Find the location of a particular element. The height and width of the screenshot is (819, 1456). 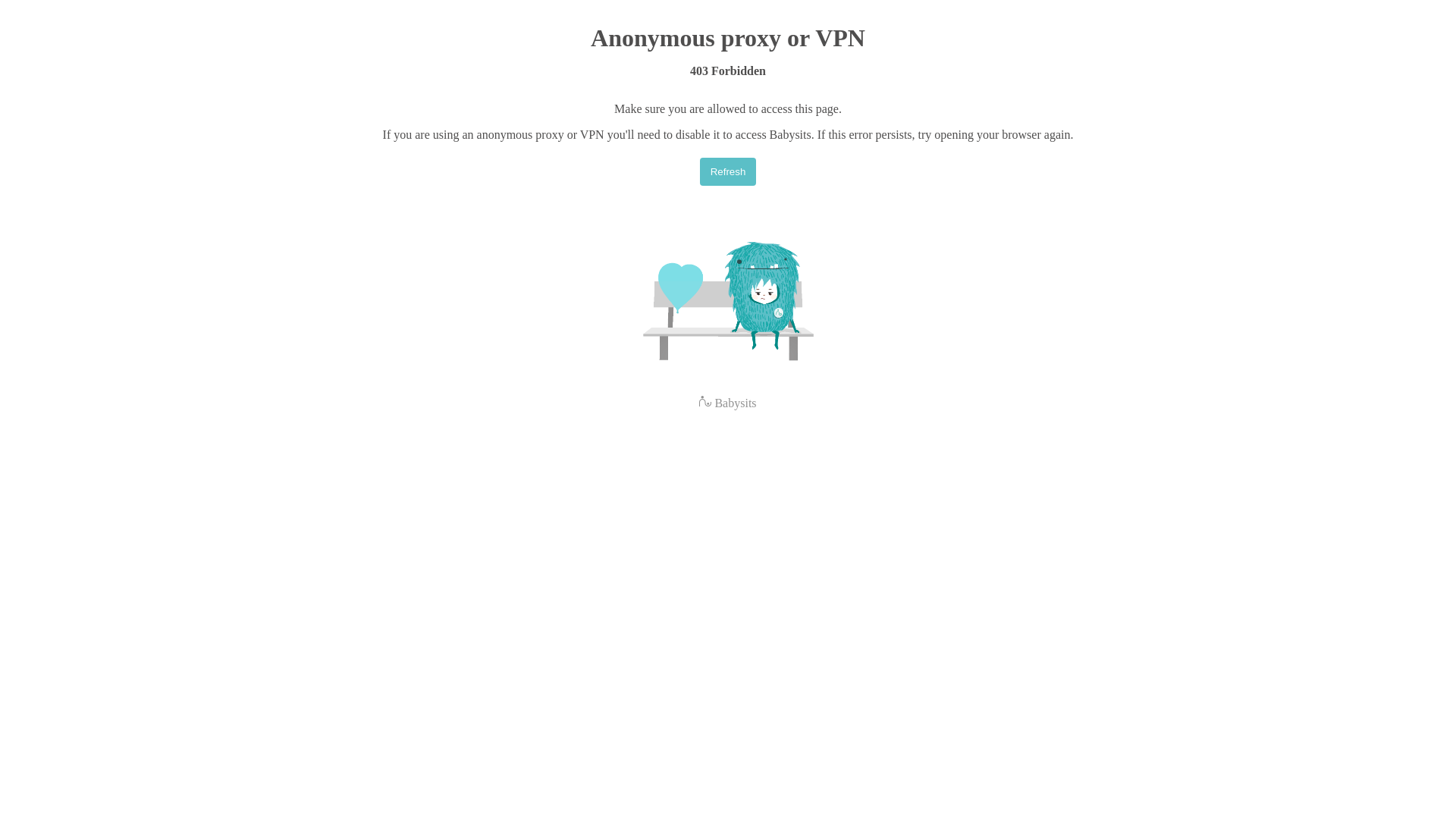

'Refresh' is located at coordinates (728, 171).